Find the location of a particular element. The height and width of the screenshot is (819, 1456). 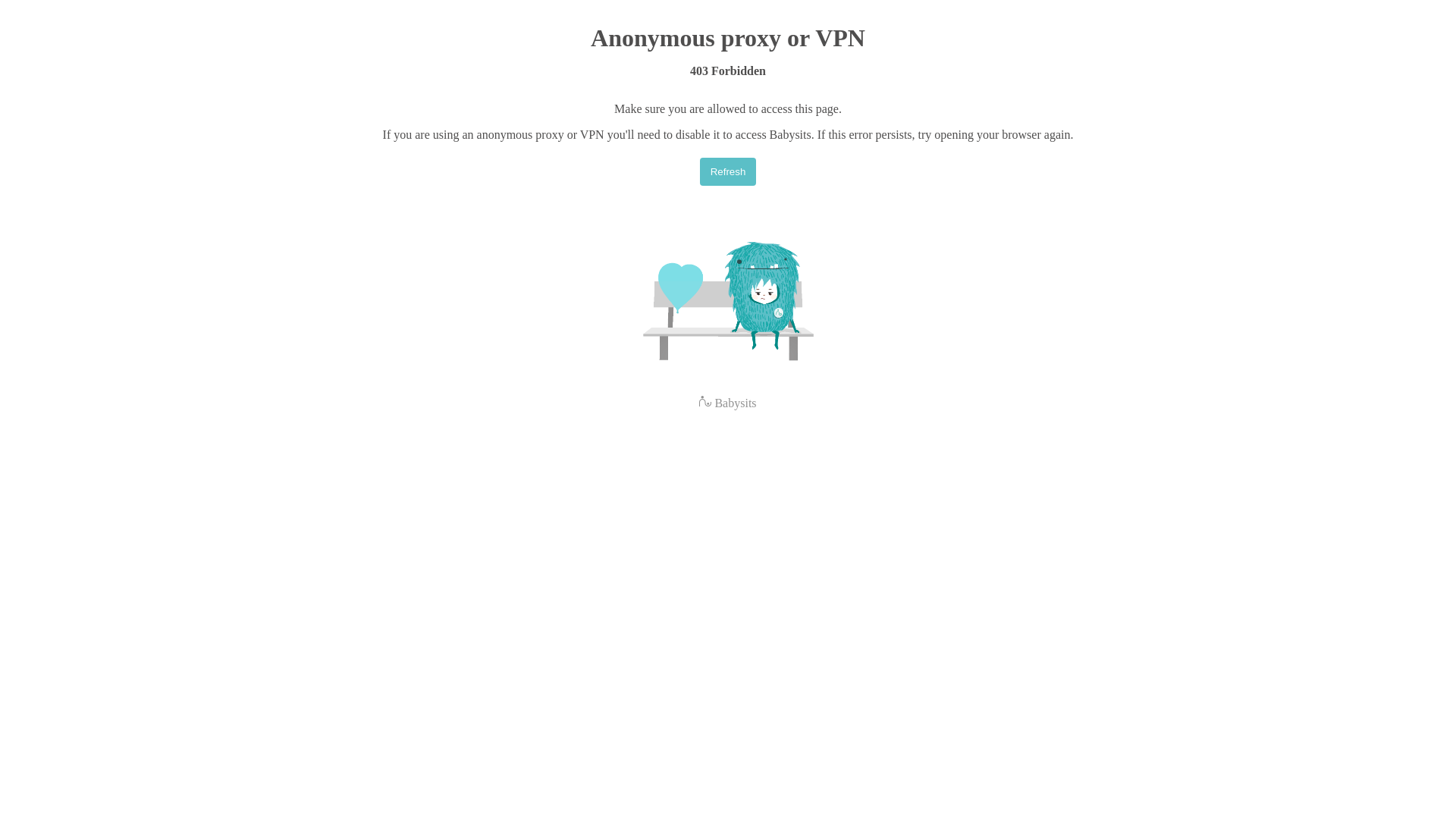

'Refresh' is located at coordinates (728, 171).